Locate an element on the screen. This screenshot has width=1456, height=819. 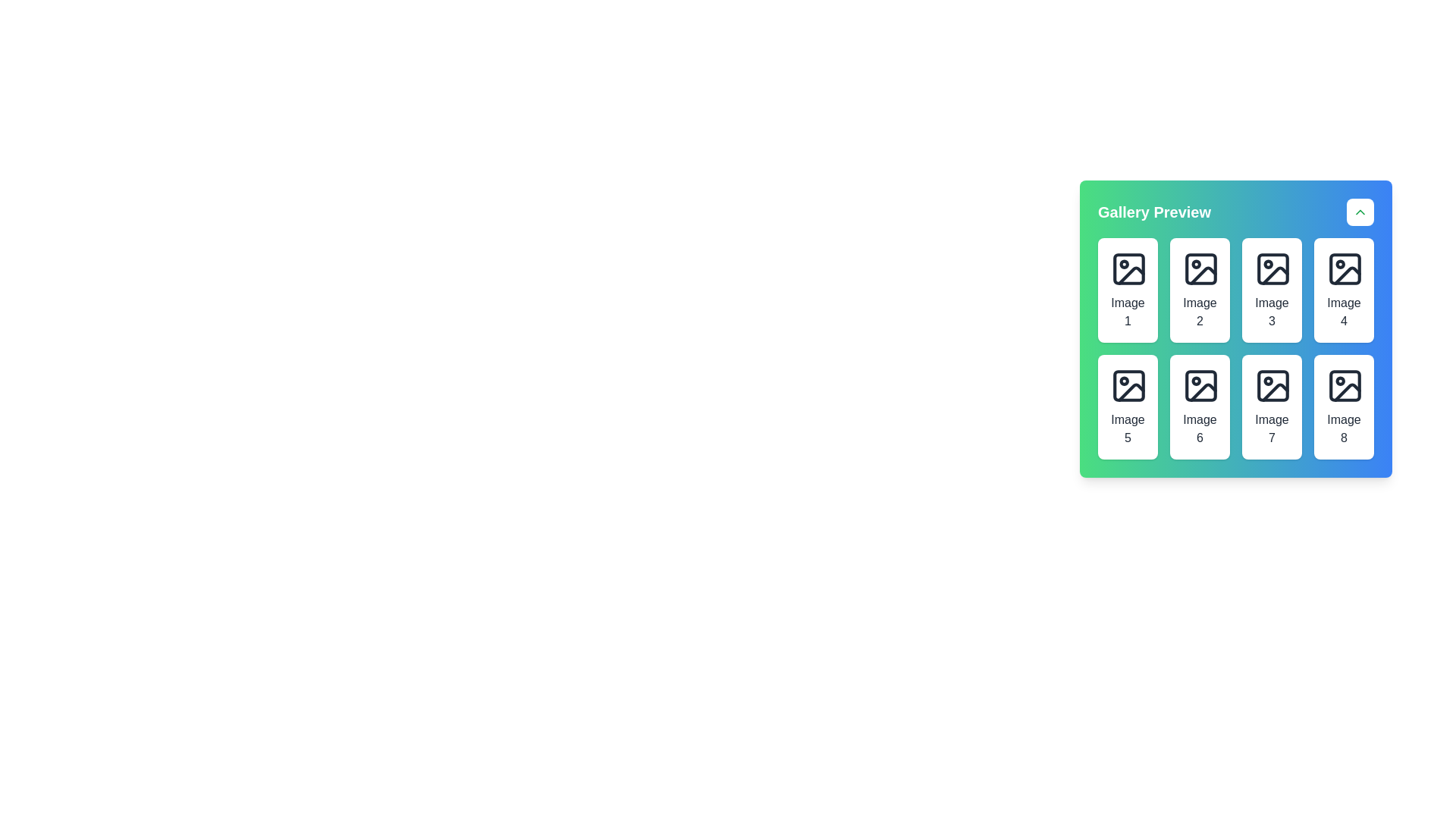
the Decorative SVG rectangle inside the photo icon located in the third position of the top row in the gallery preview section is located at coordinates (1273, 268).